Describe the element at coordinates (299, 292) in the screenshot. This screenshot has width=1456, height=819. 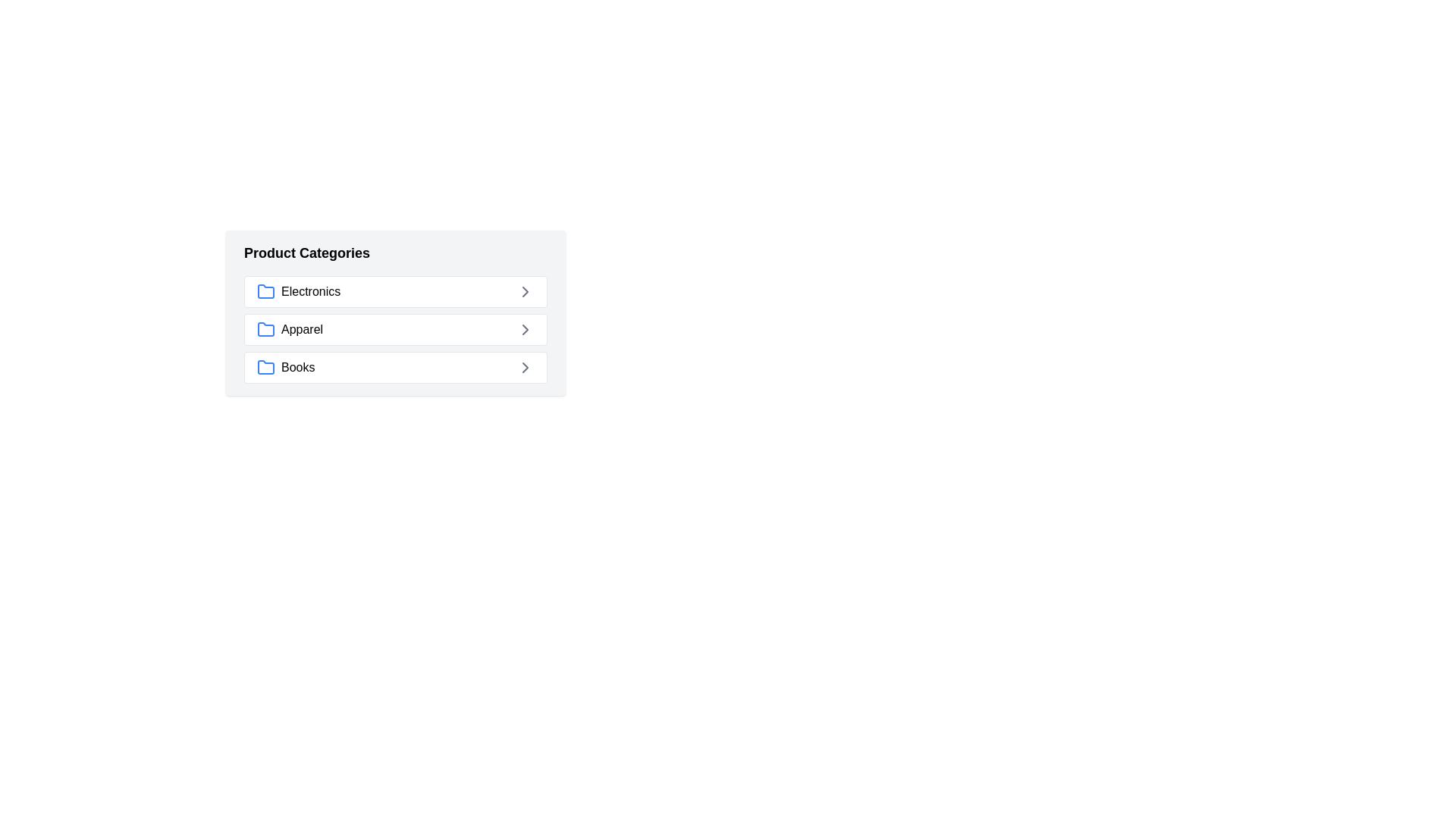
I see `the 'Electronics' category list item` at that location.